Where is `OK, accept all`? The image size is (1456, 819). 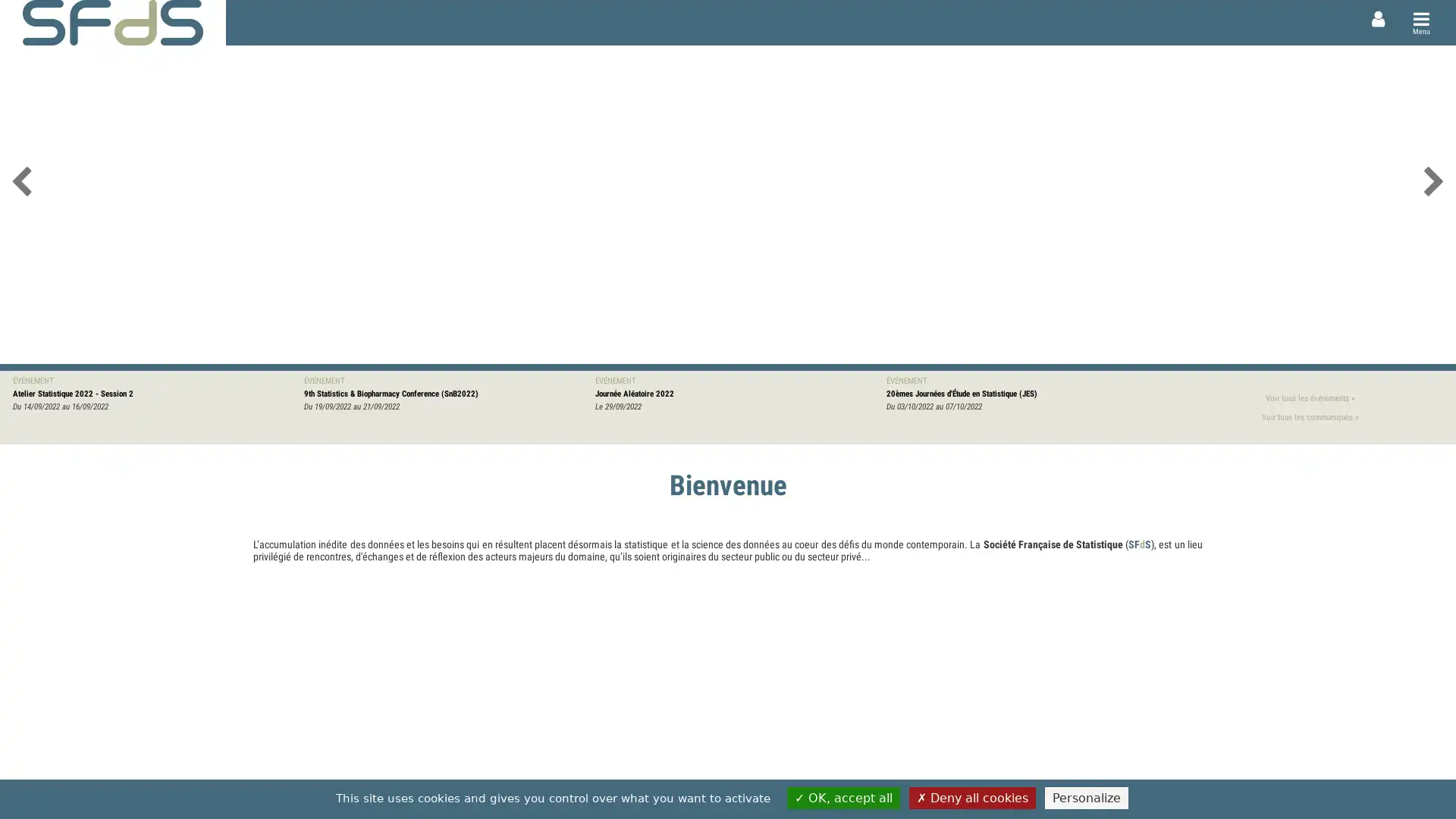 OK, accept all is located at coordinates (842, 797).